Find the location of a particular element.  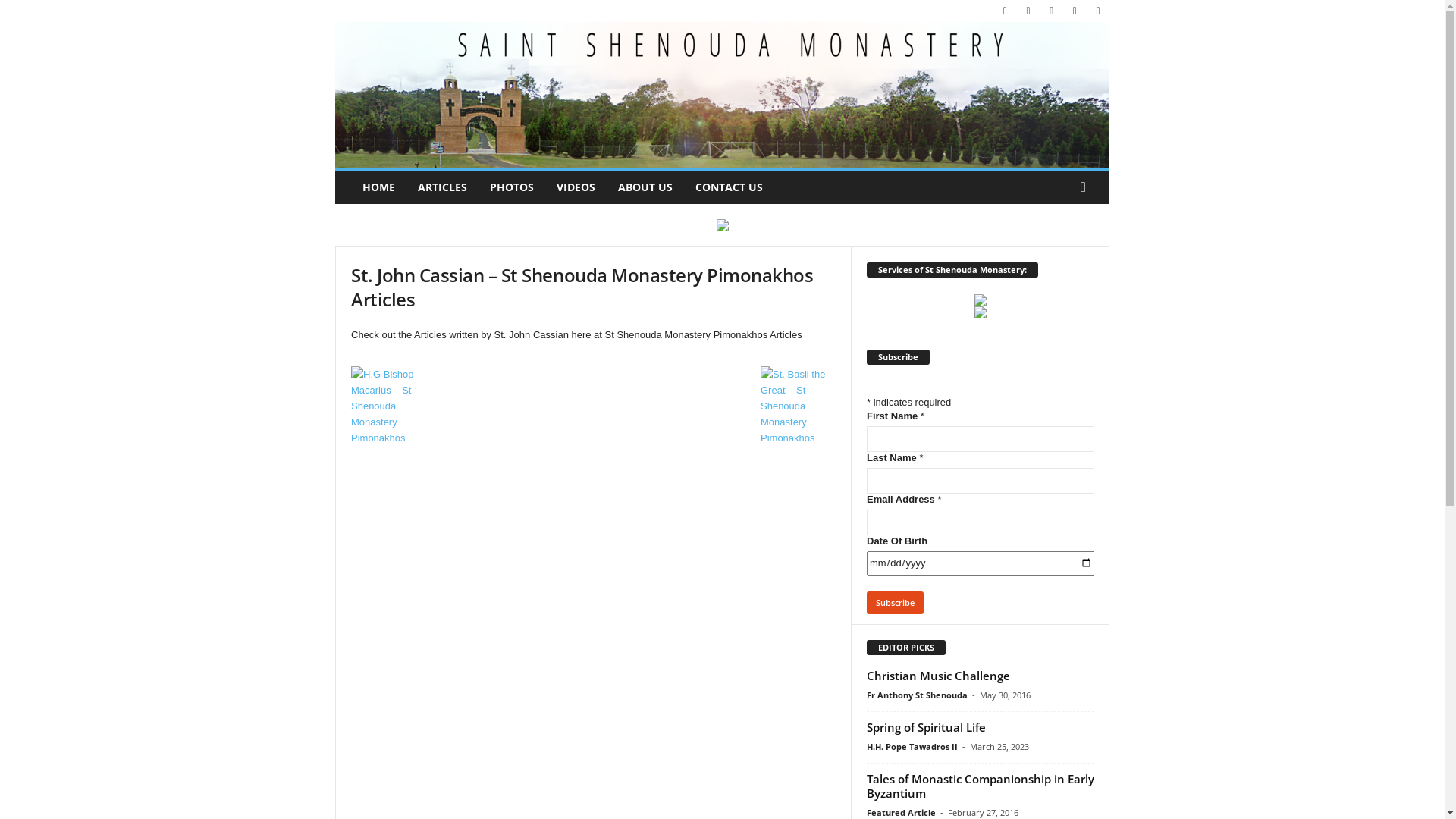

'Subscribe' is located at coordinates (895, 601).